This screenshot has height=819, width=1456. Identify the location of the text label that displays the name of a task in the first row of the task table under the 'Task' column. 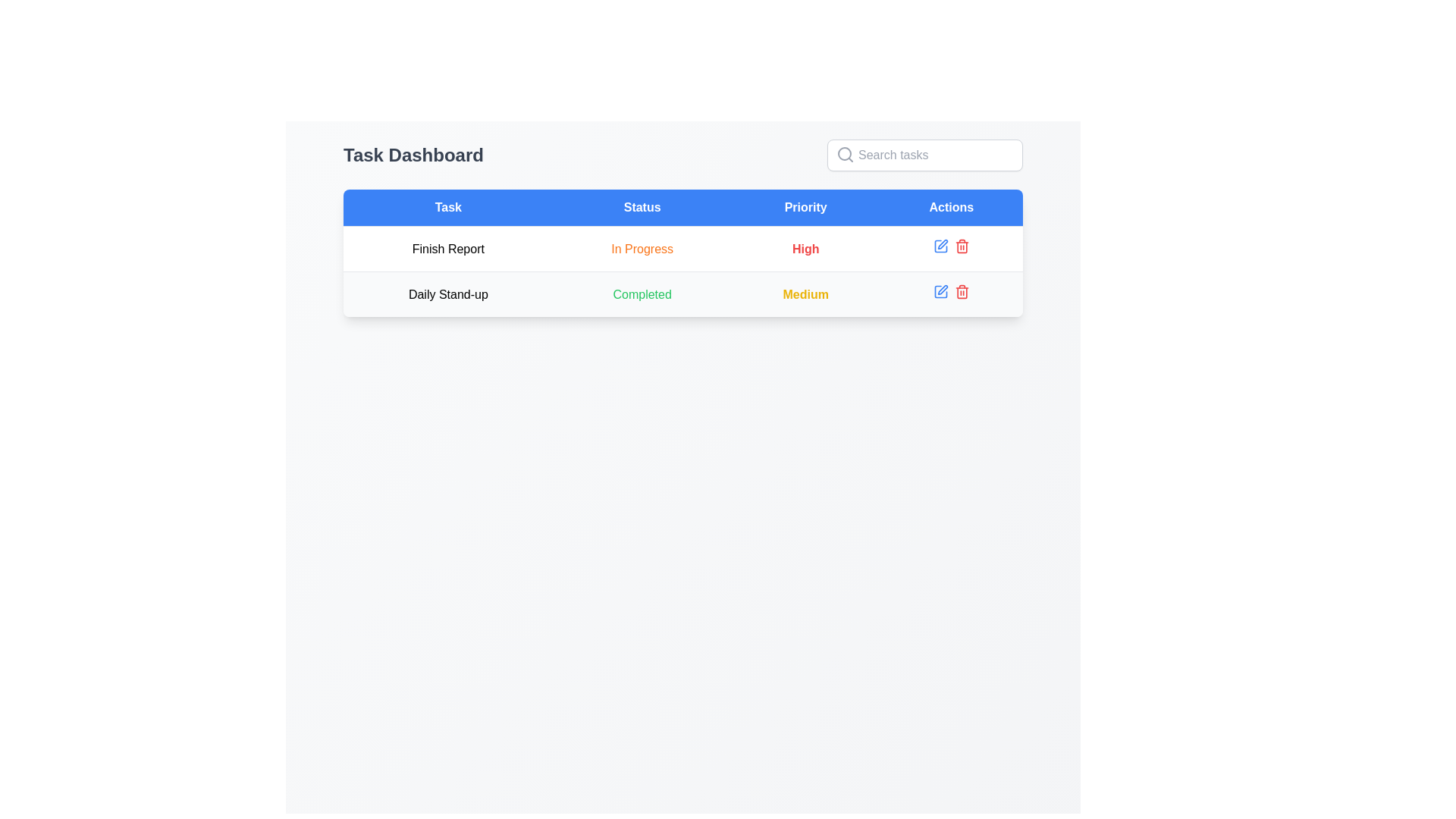
(447, 248).